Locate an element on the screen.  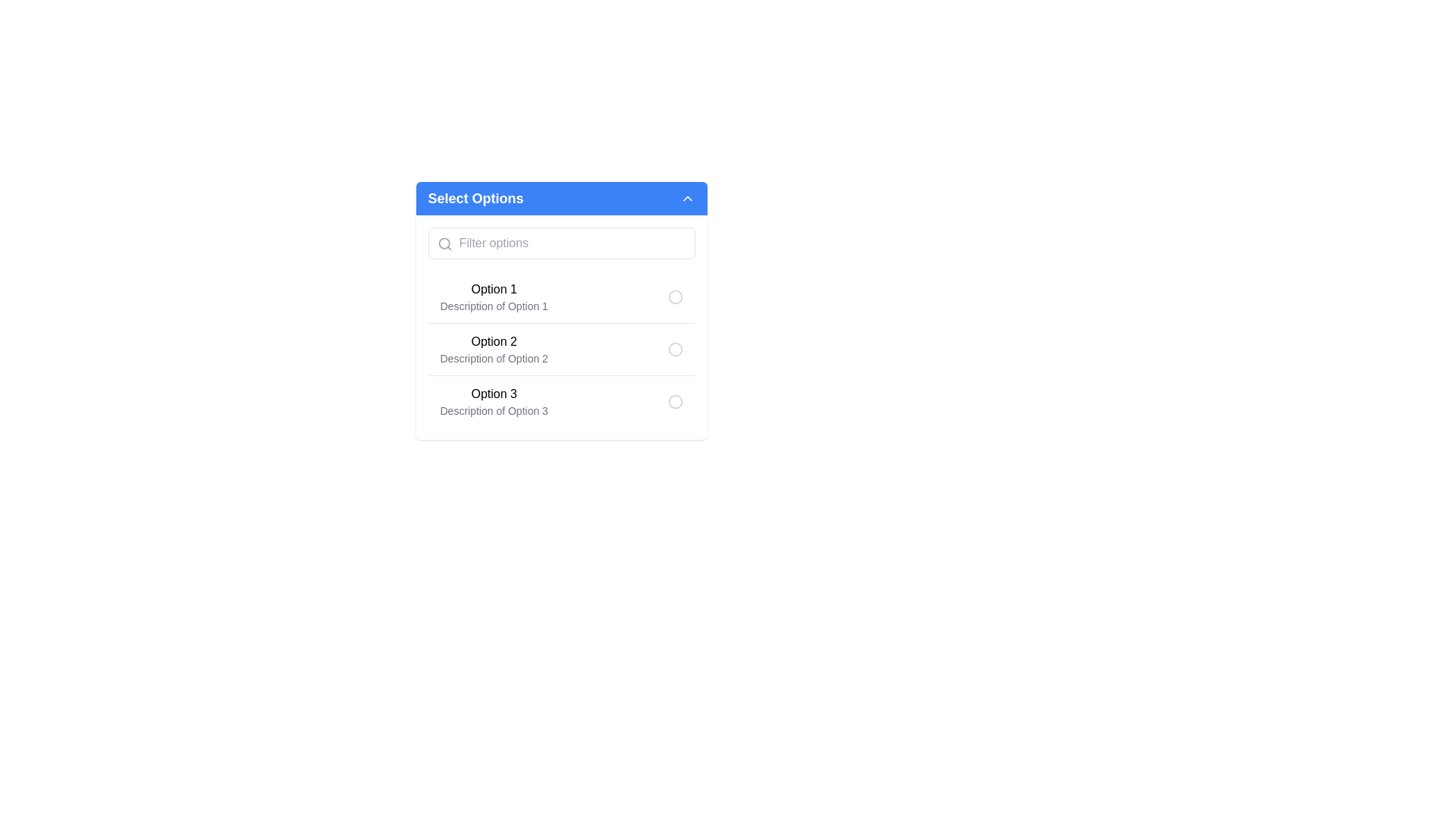
the list item labeled 'Option 2' in the dropdown menu is located at coordinates (560, 349).